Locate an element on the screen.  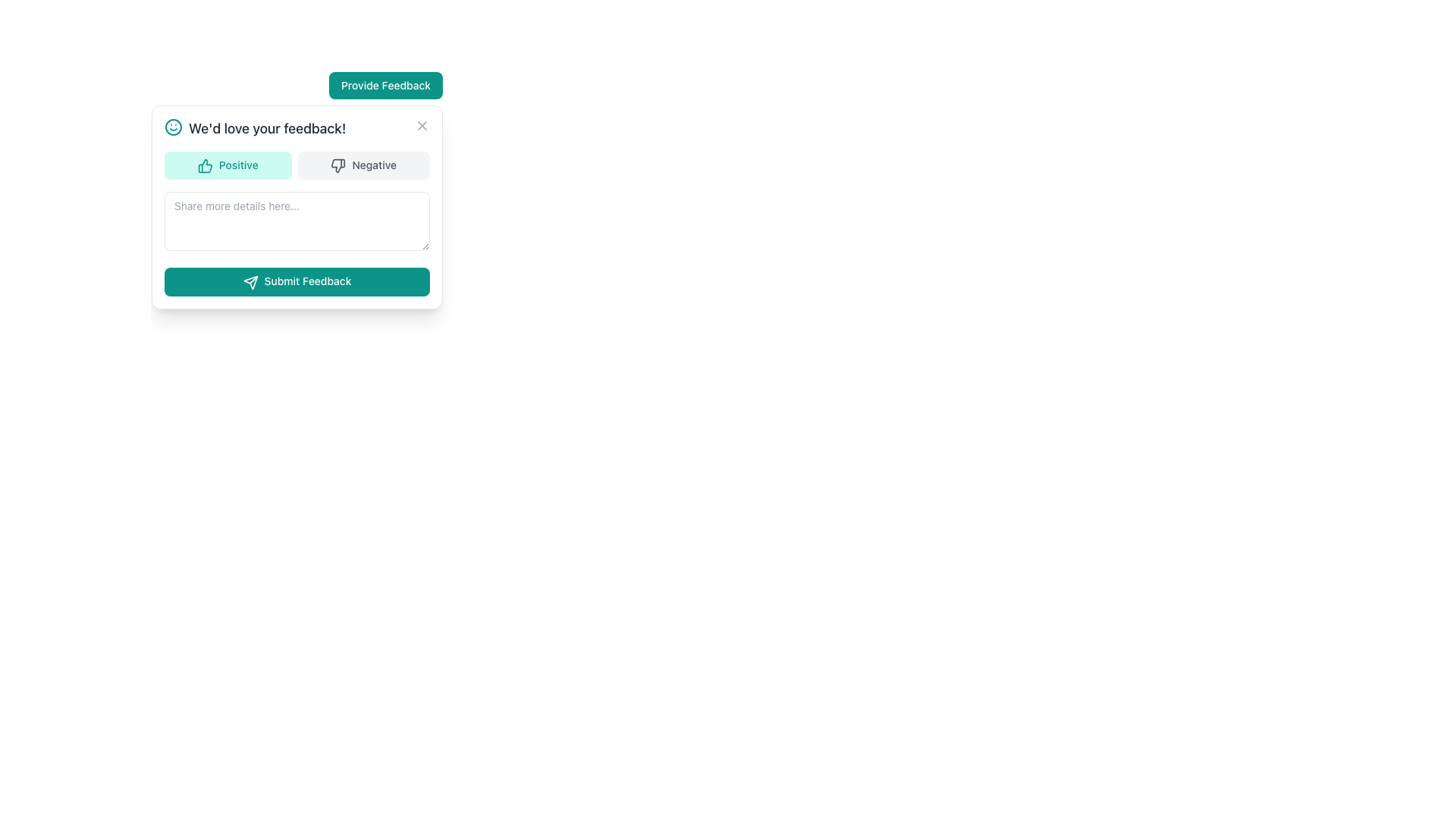
the green-stroke circular outline SVG element that is part of the smiley face icon in the 'We'd love your feedback!' dialog box is located at coordinates (174, 127).